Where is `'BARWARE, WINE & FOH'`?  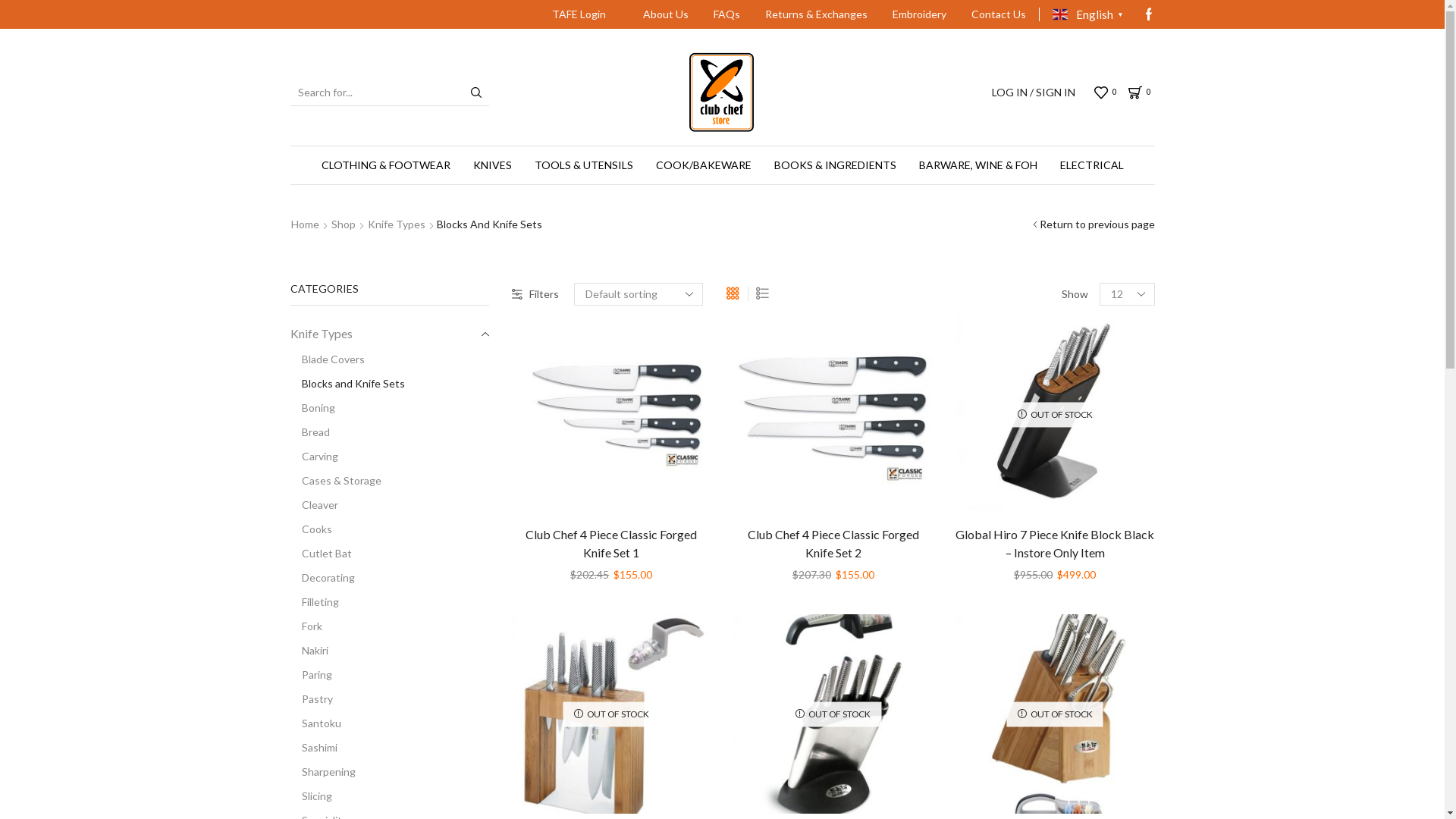 'BARWARE, WINE & FOH' is located at coordinates (977, 165).